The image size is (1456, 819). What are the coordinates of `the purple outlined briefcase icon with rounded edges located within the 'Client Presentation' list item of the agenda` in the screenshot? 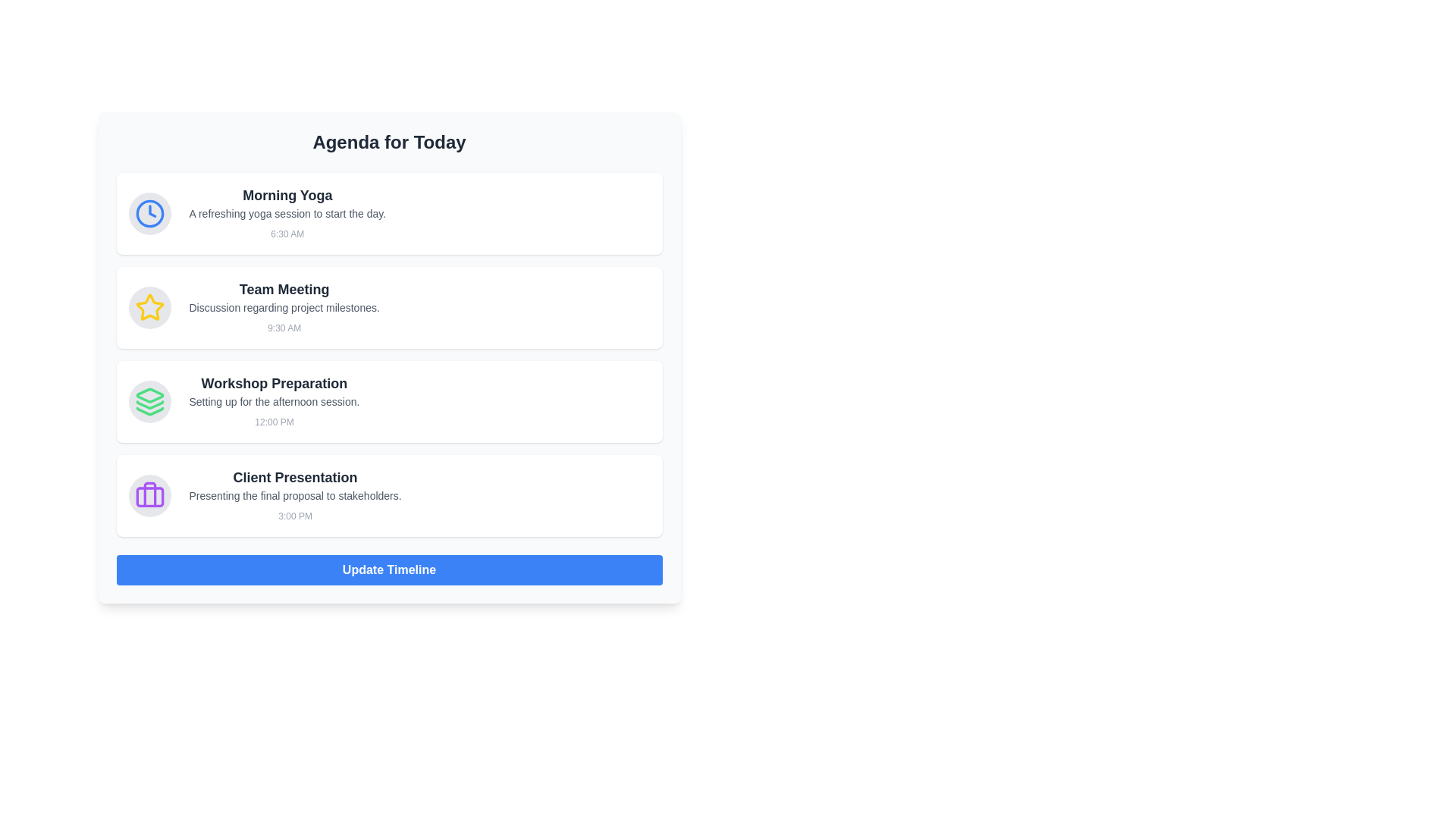 It's located at (149, 496).